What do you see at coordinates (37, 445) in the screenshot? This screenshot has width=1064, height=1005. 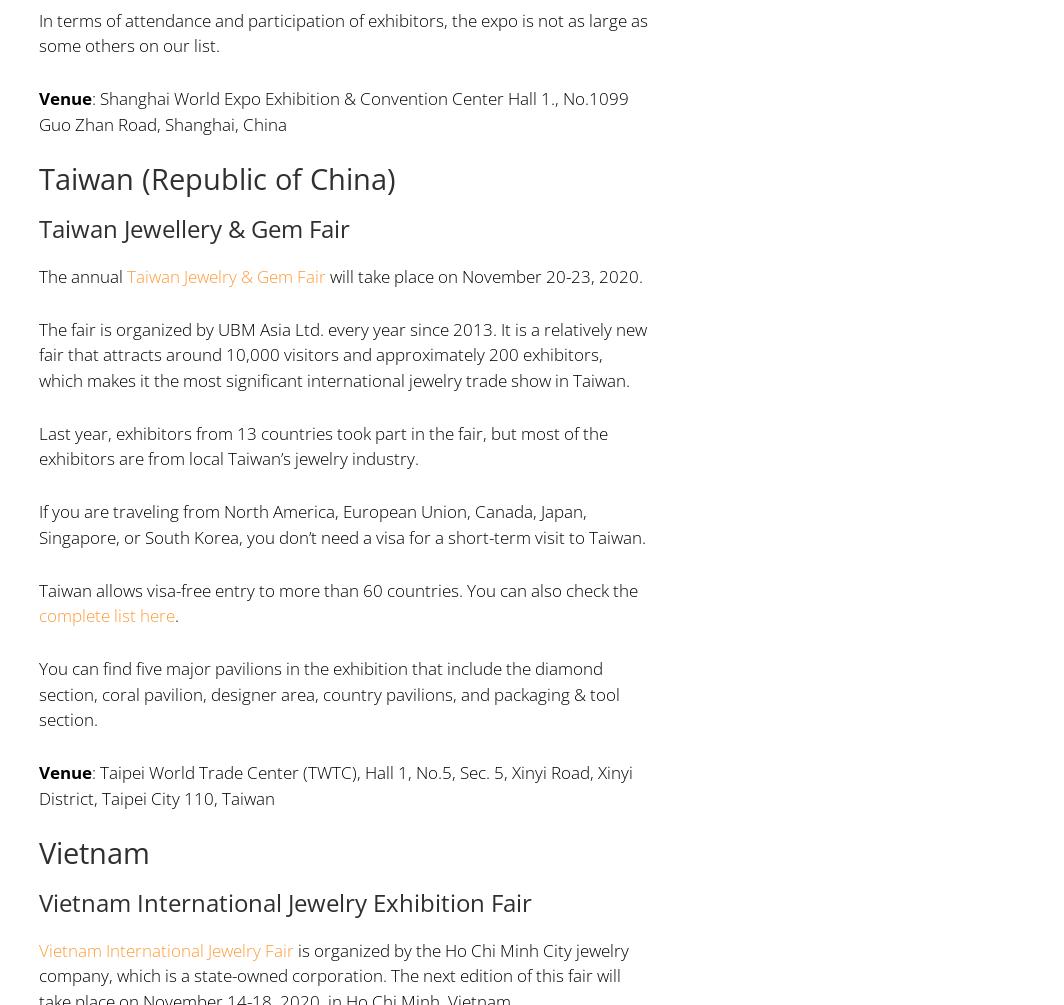 I see `'Last year, exhibitors from 13 countries took part in the fair, but most of the exhibitors are from local Taiwan’s jewelry industry.'` at bounding box center [37, 445].